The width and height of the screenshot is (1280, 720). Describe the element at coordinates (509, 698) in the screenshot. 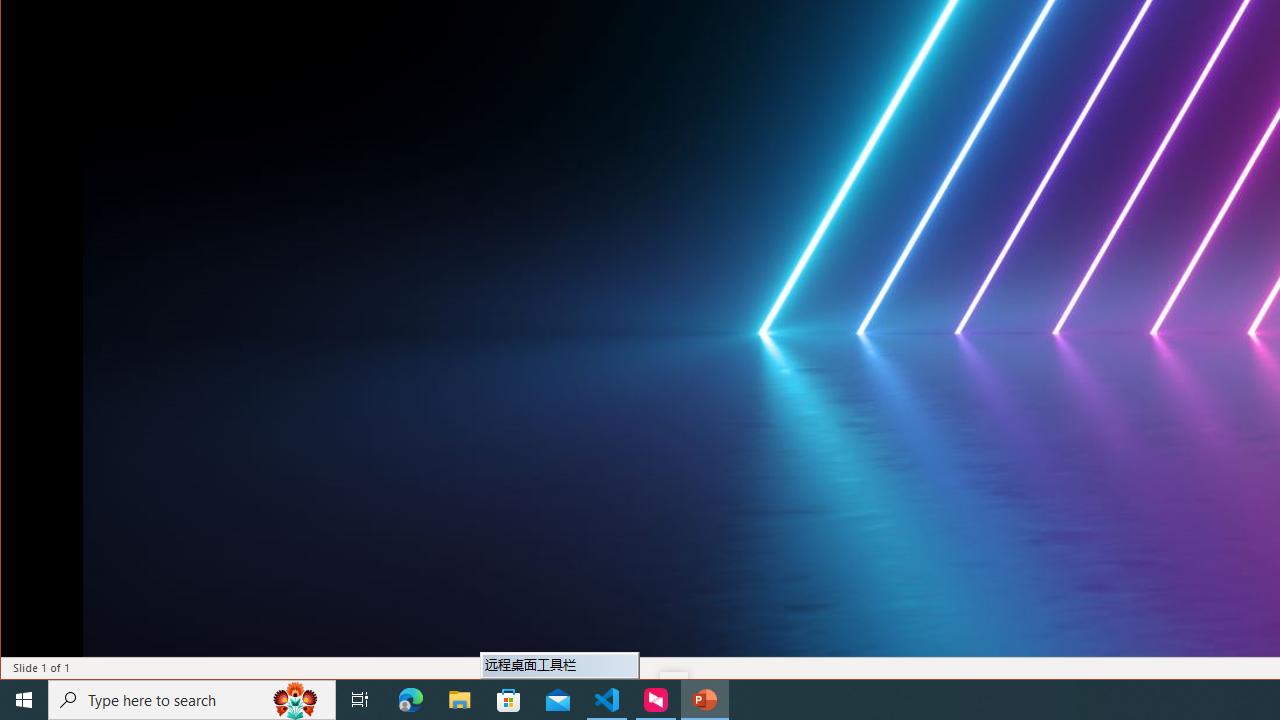

I see `'Microsoft Store'` at that location.